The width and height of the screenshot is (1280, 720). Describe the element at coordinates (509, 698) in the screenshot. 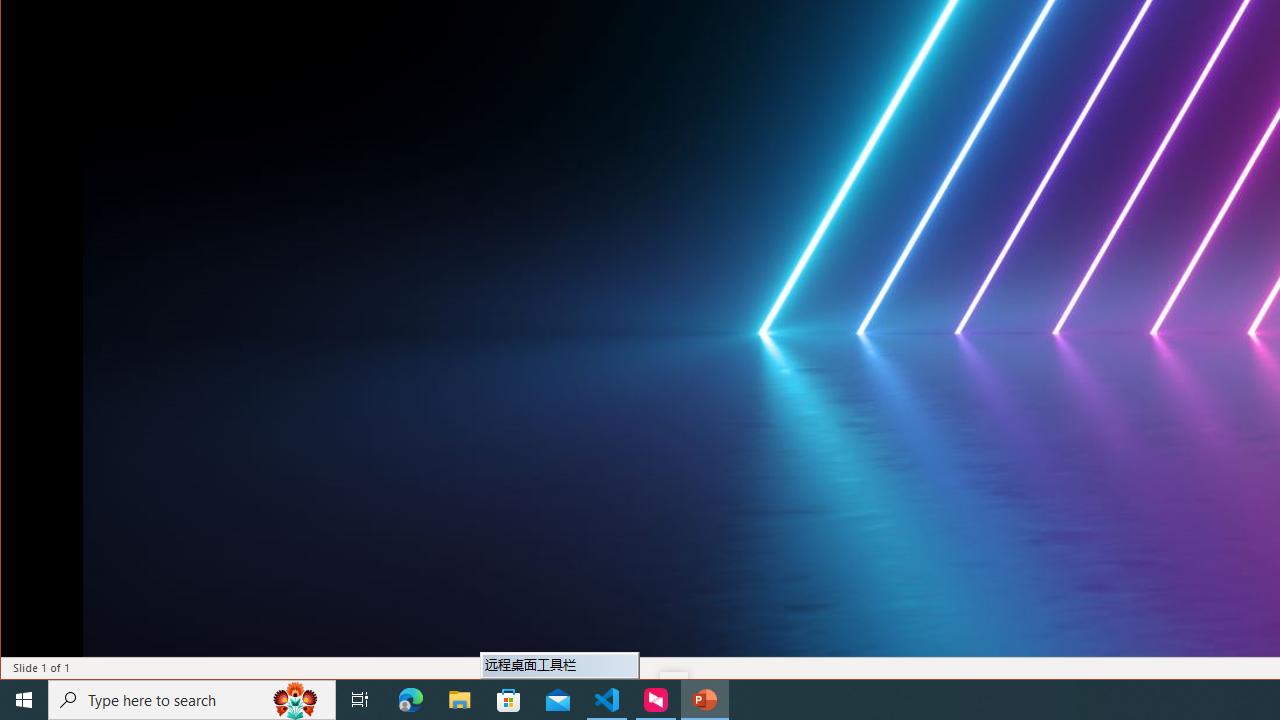

I see `'Microsoft Store'` at that location.